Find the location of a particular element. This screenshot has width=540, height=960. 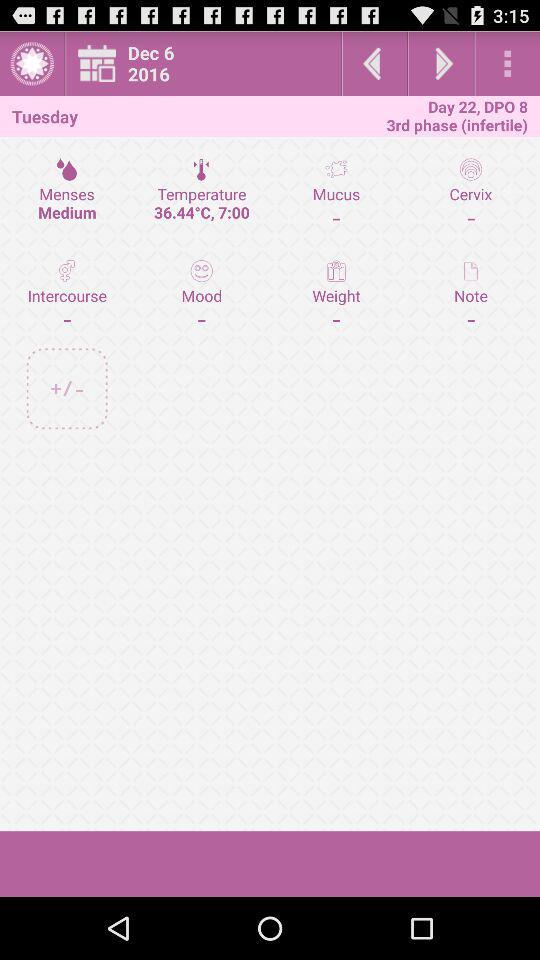

the icon next to mucus is located at coordinates (201, 293).